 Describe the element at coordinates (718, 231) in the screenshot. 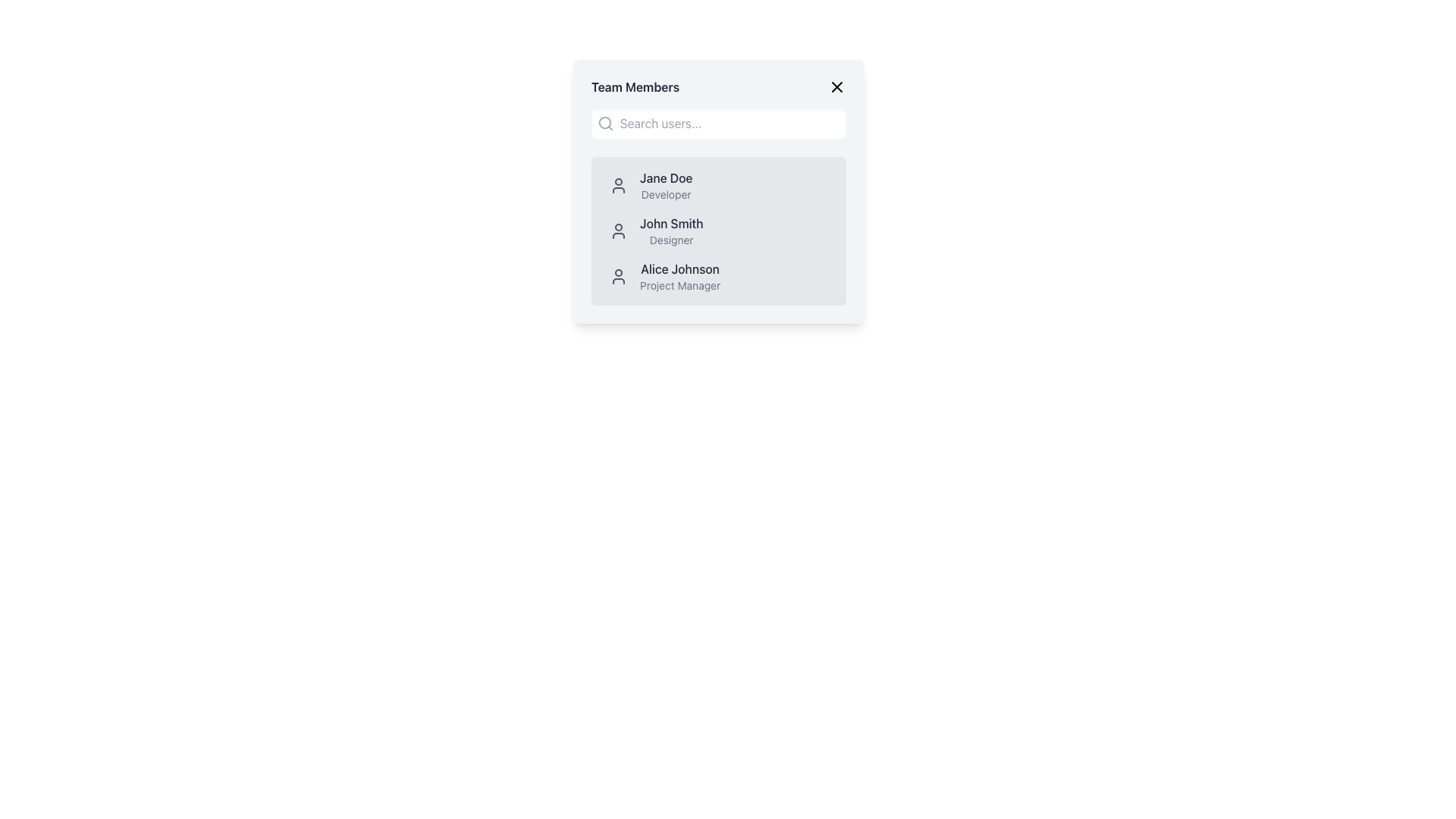

I see `the informational display for the team member positioned below 'Jane Doe' and above 'Alice Johnson'` at that location.